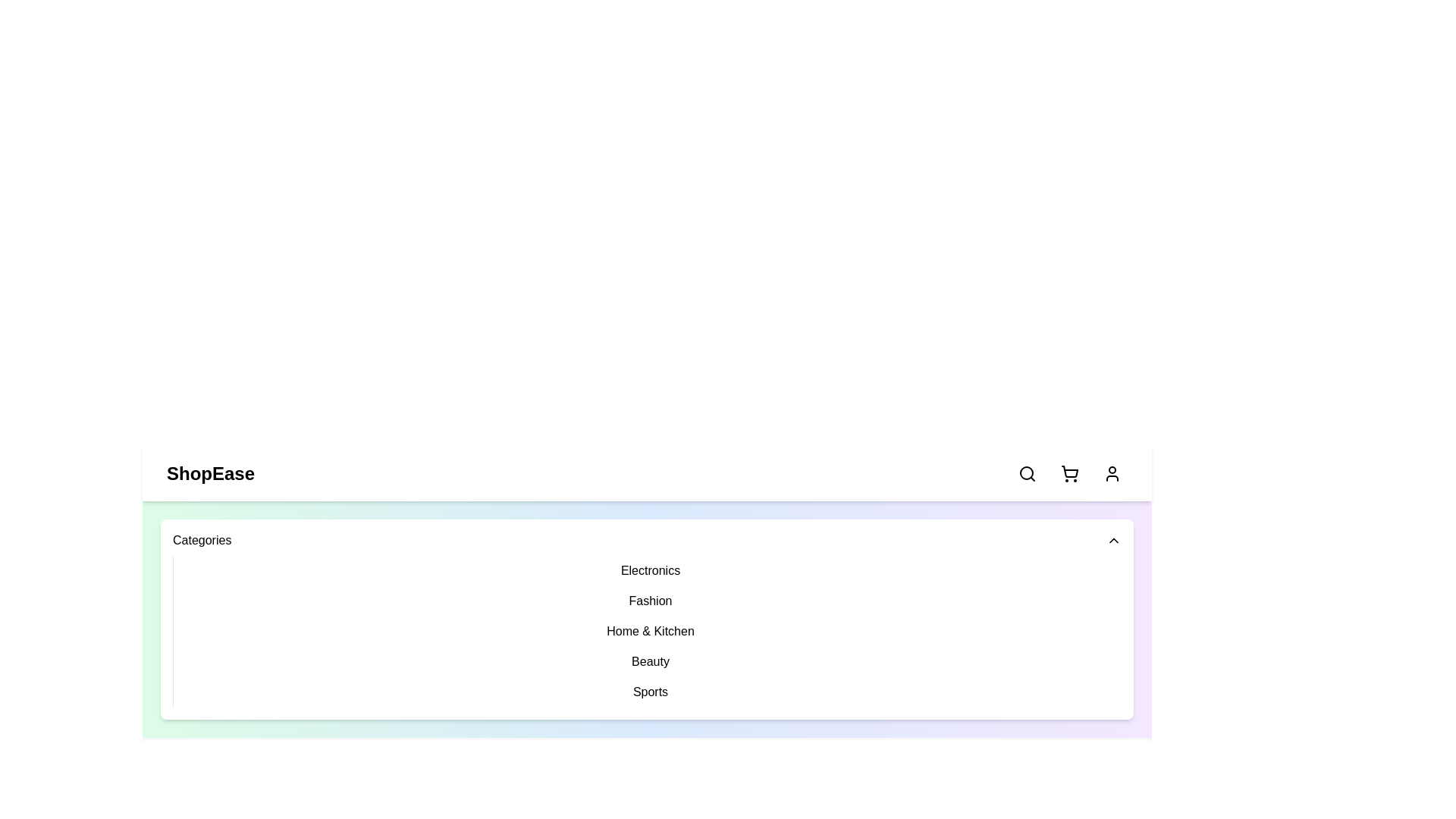  I want to click on the category label for 'Electronics', which is the first item in the list of categories, so click(651, 570).